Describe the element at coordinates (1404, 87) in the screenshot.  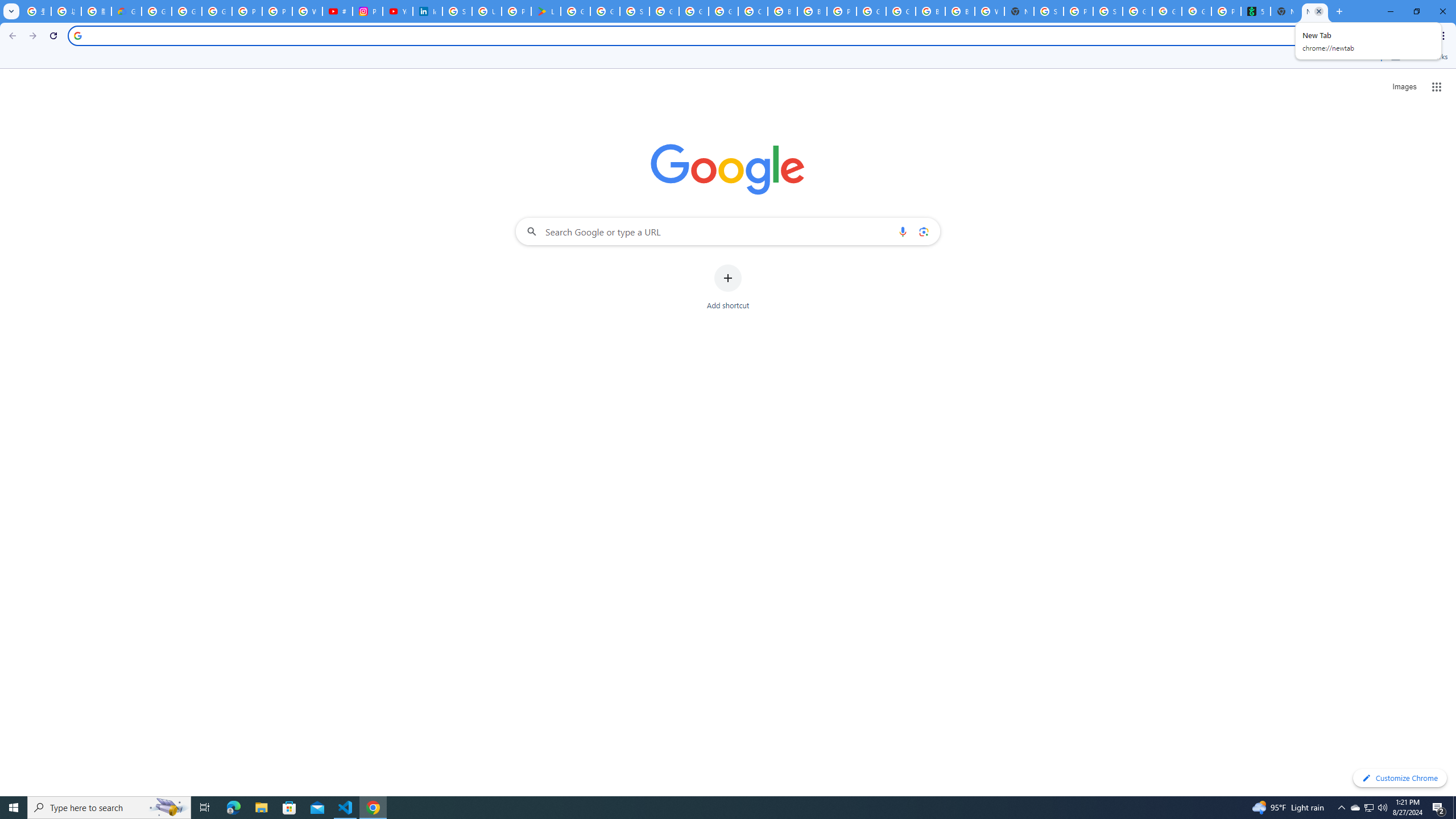
I see `'Search for Images '` at that location.